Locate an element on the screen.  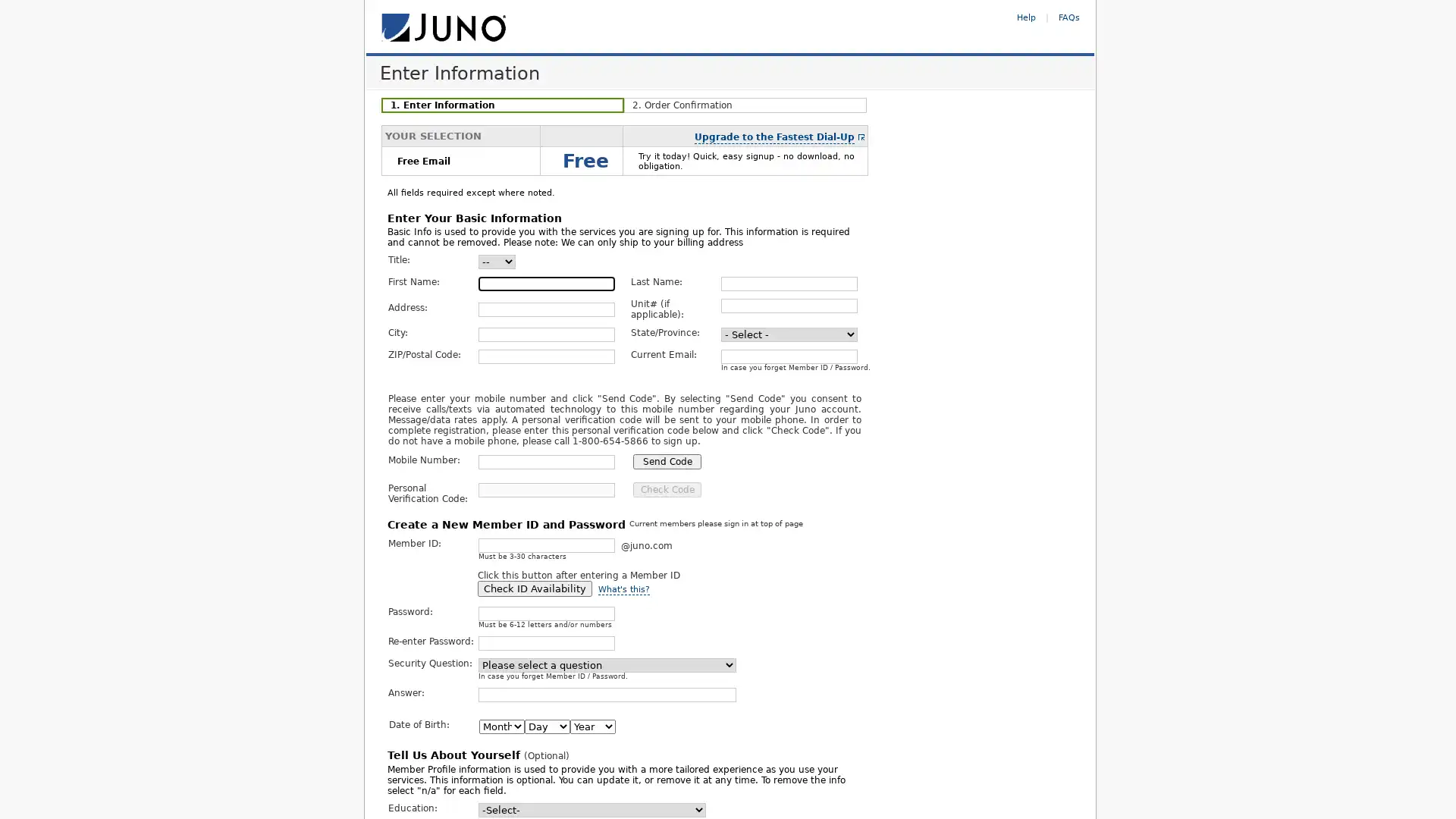
Check ID Availability is located at coordinates (535, 588).